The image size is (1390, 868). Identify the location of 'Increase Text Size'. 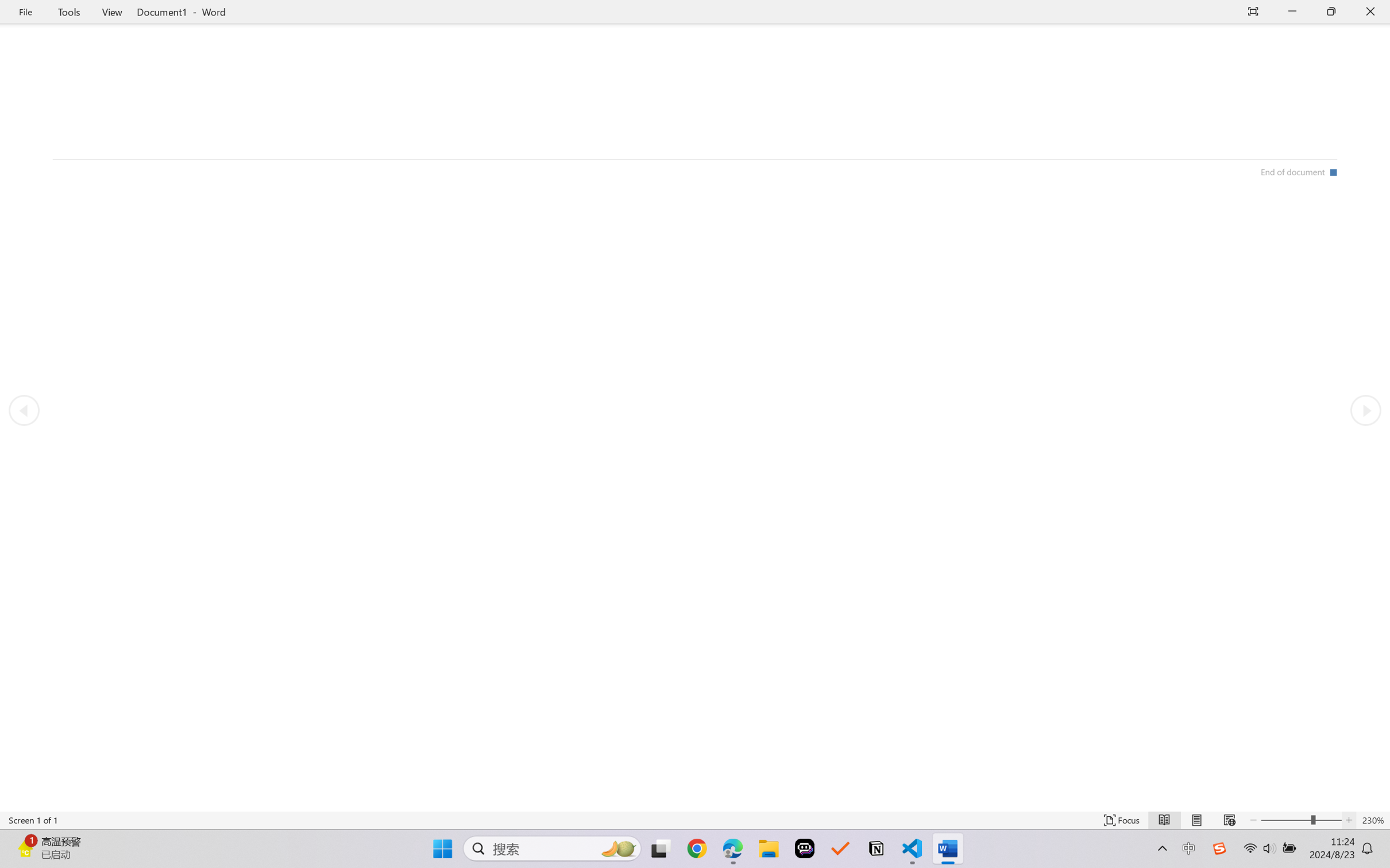
(1349, 820).